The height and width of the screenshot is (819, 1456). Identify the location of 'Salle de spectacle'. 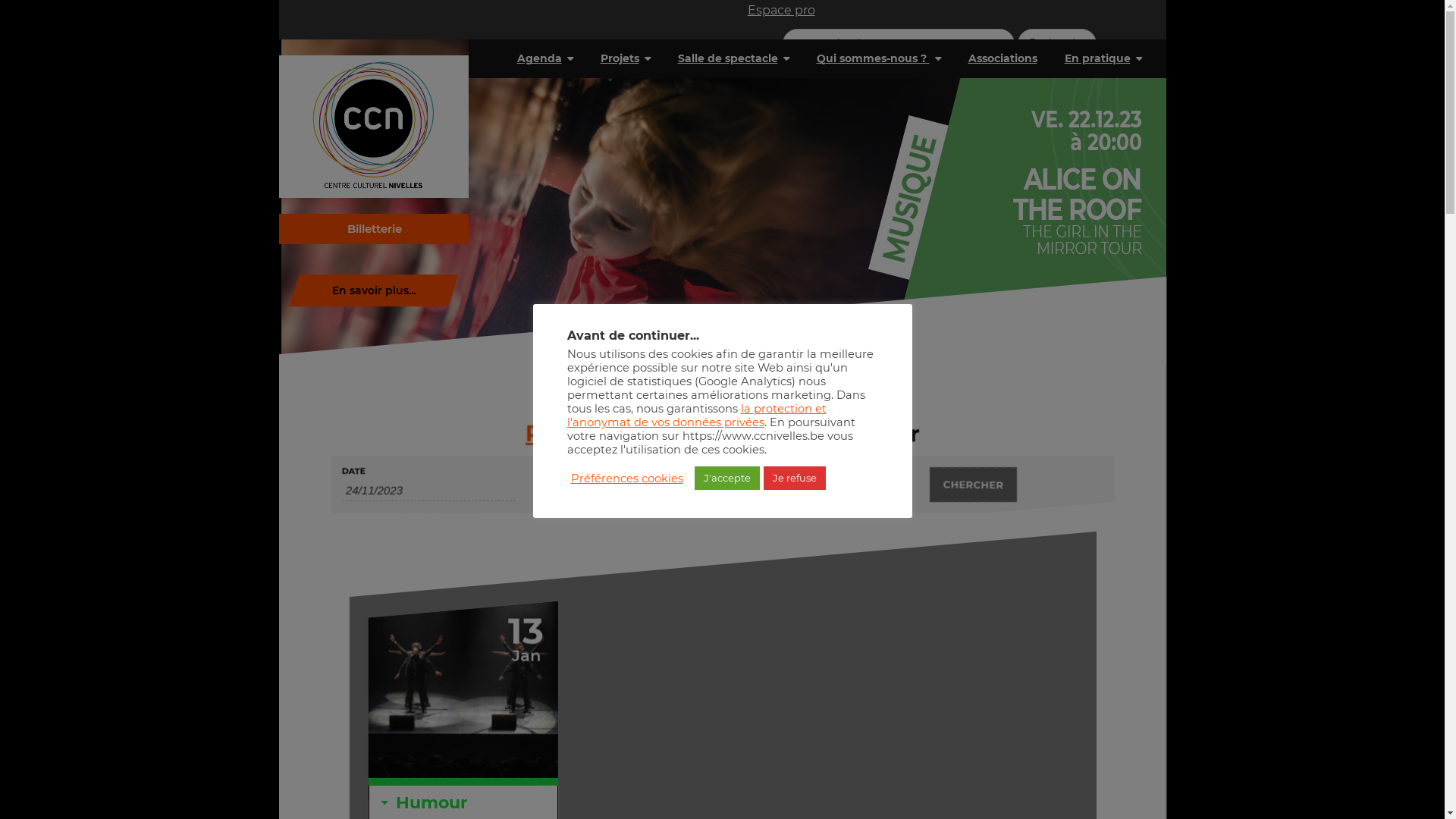
(733, 58).